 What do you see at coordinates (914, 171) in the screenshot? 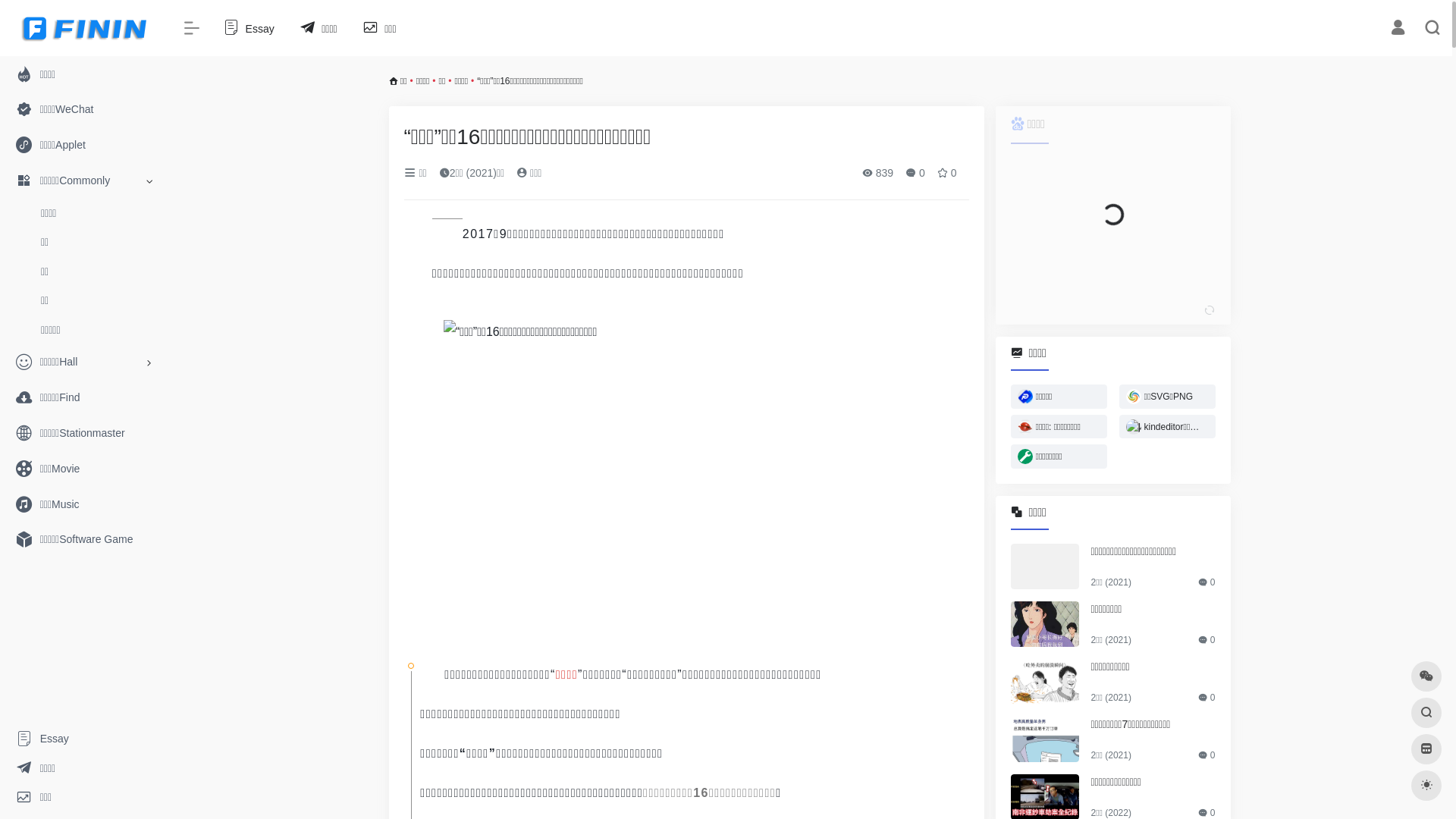
I see `'0'` at bounding box center [914, 171].